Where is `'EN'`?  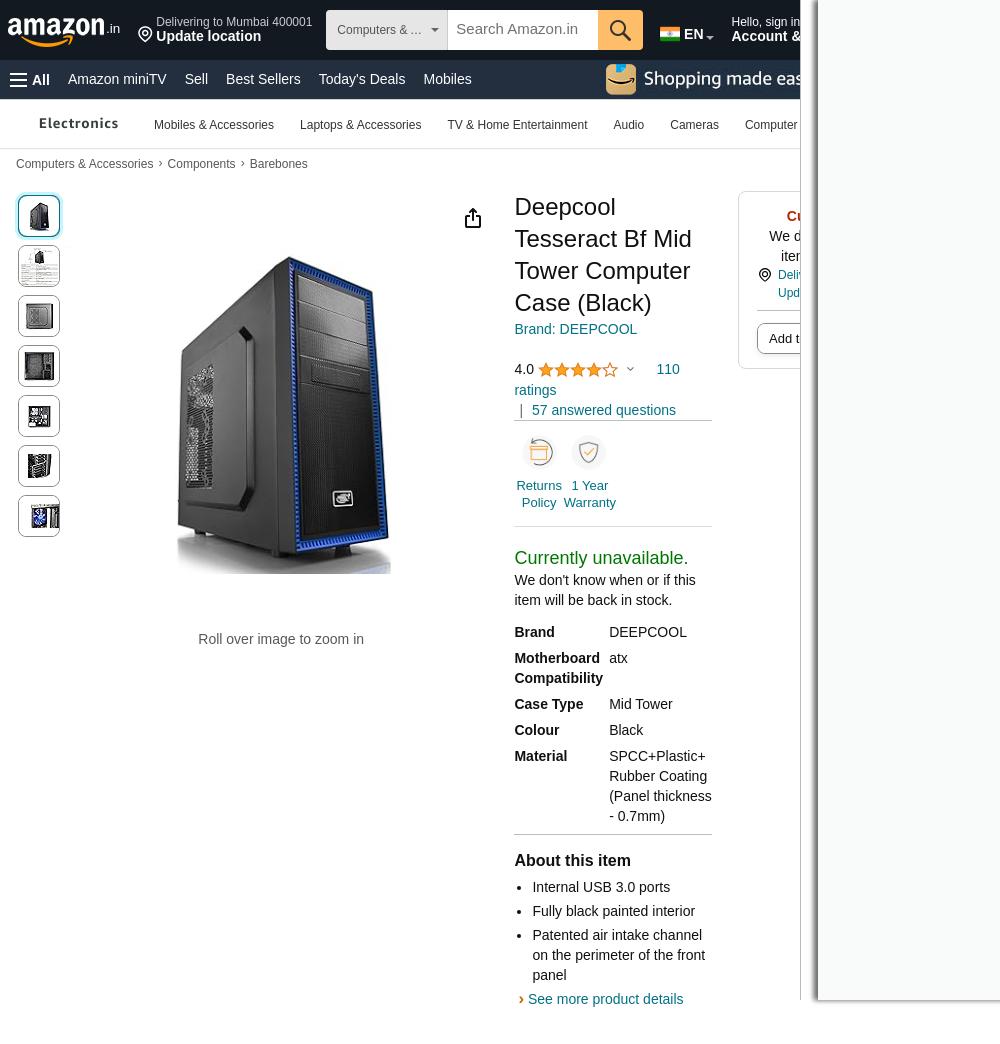
'EN' is located at coordinates (692, 33).